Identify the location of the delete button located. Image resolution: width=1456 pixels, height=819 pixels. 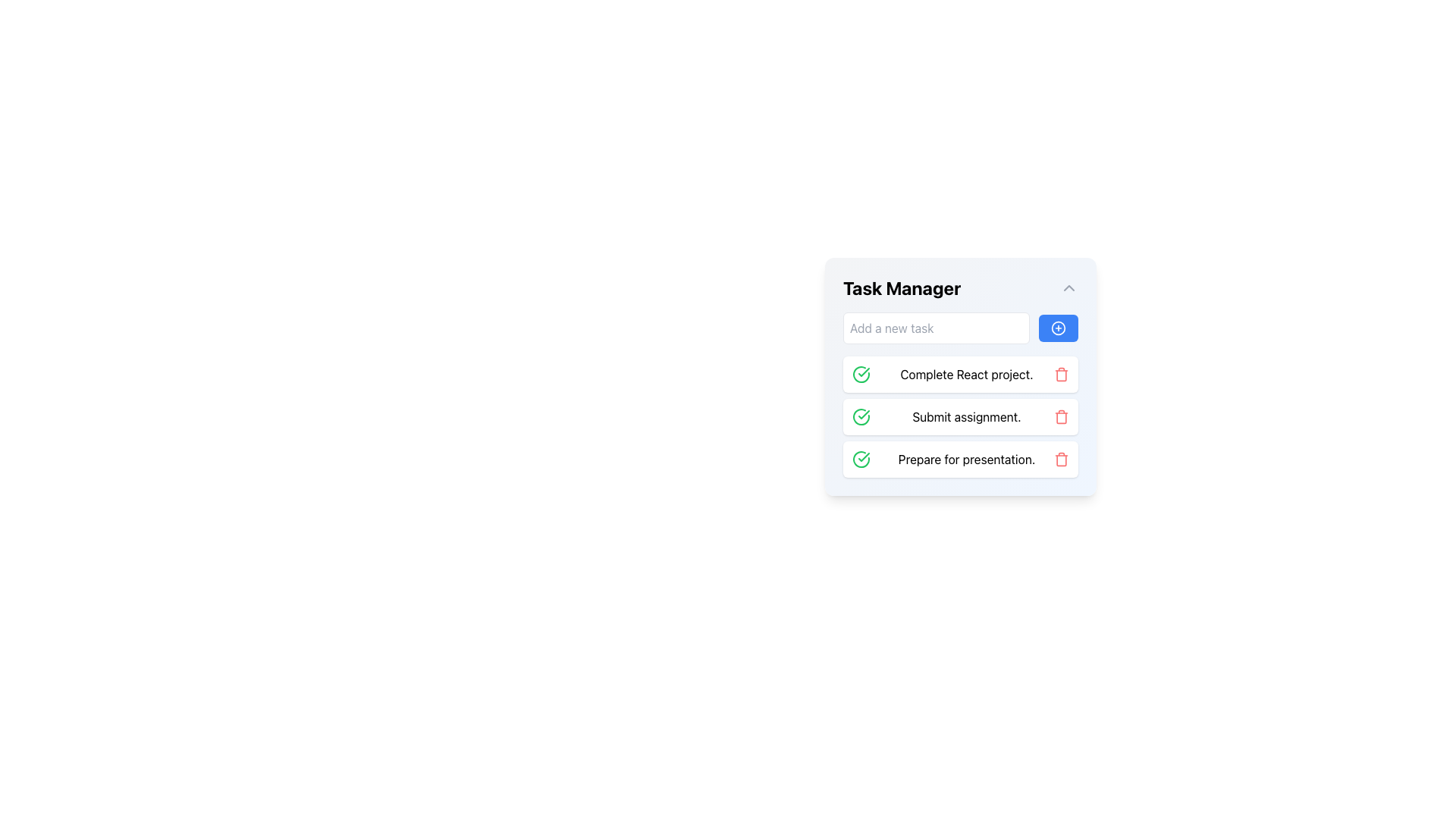
(1061, 458).